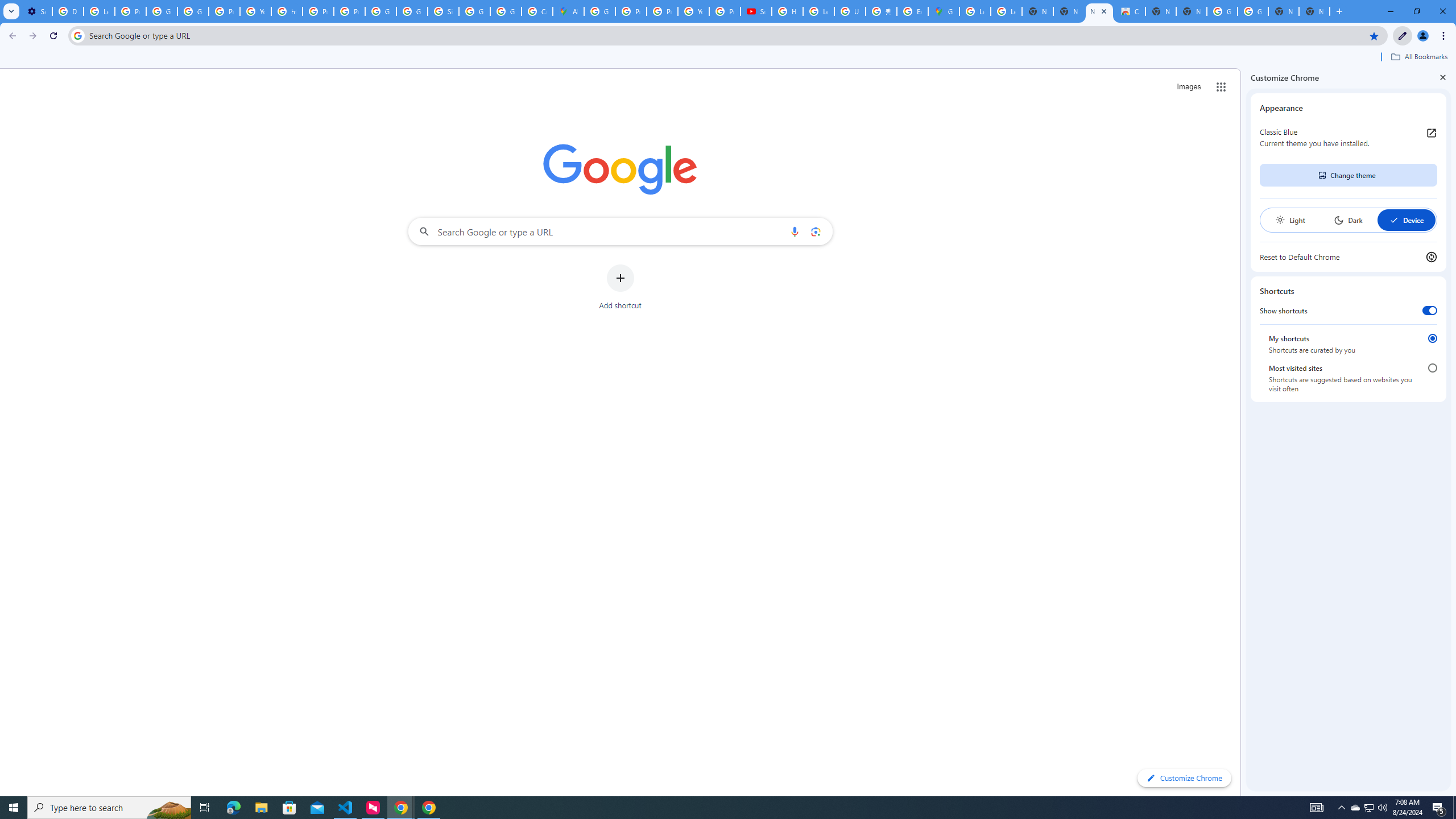  I want to click on 'Dark', so click(1347, 220).